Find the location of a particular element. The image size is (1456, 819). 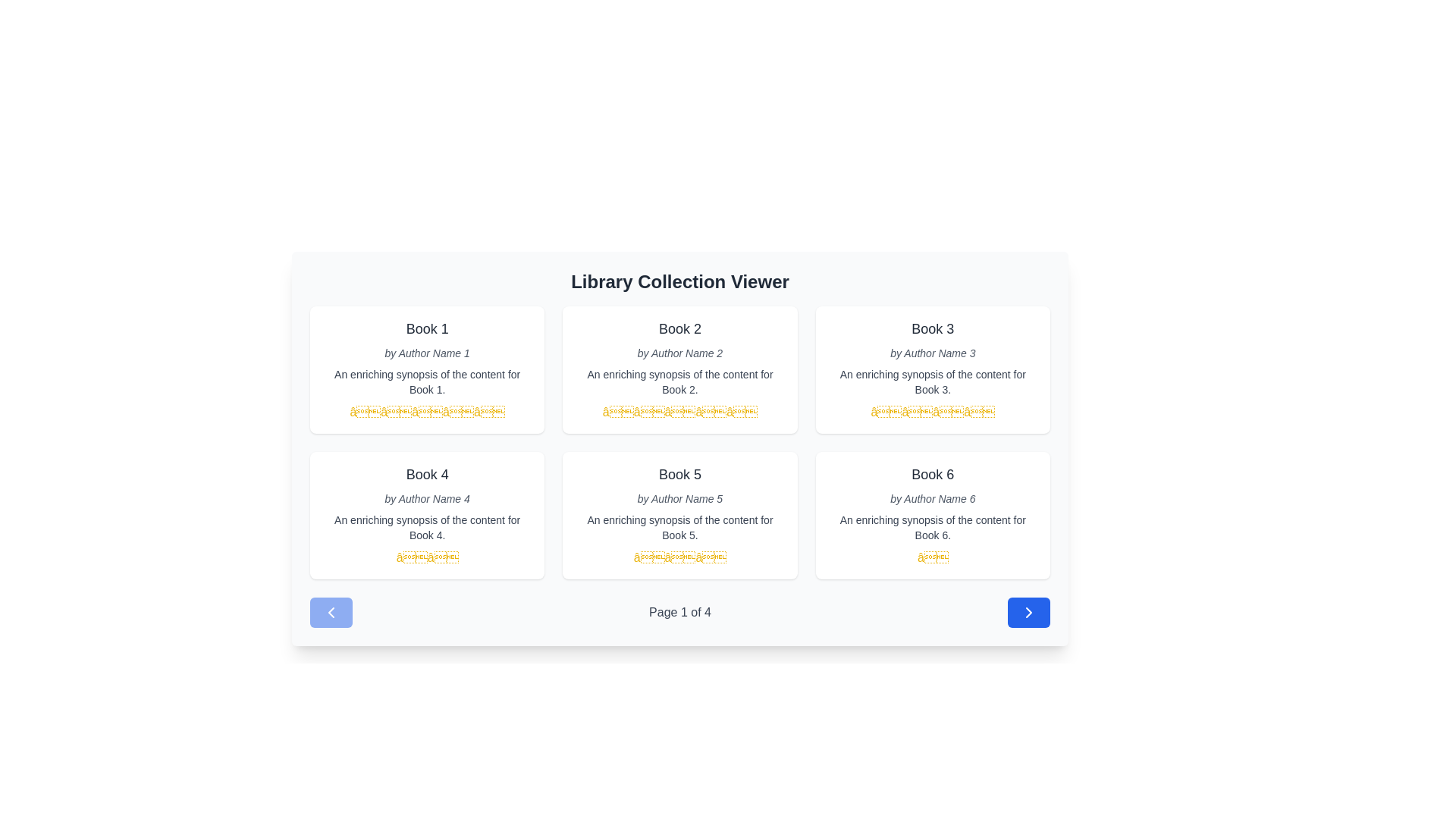

the non-interactive text label providing additional information about 'Book 6', located below the title and author information and above the star rating is located at coordinates (932, 526).